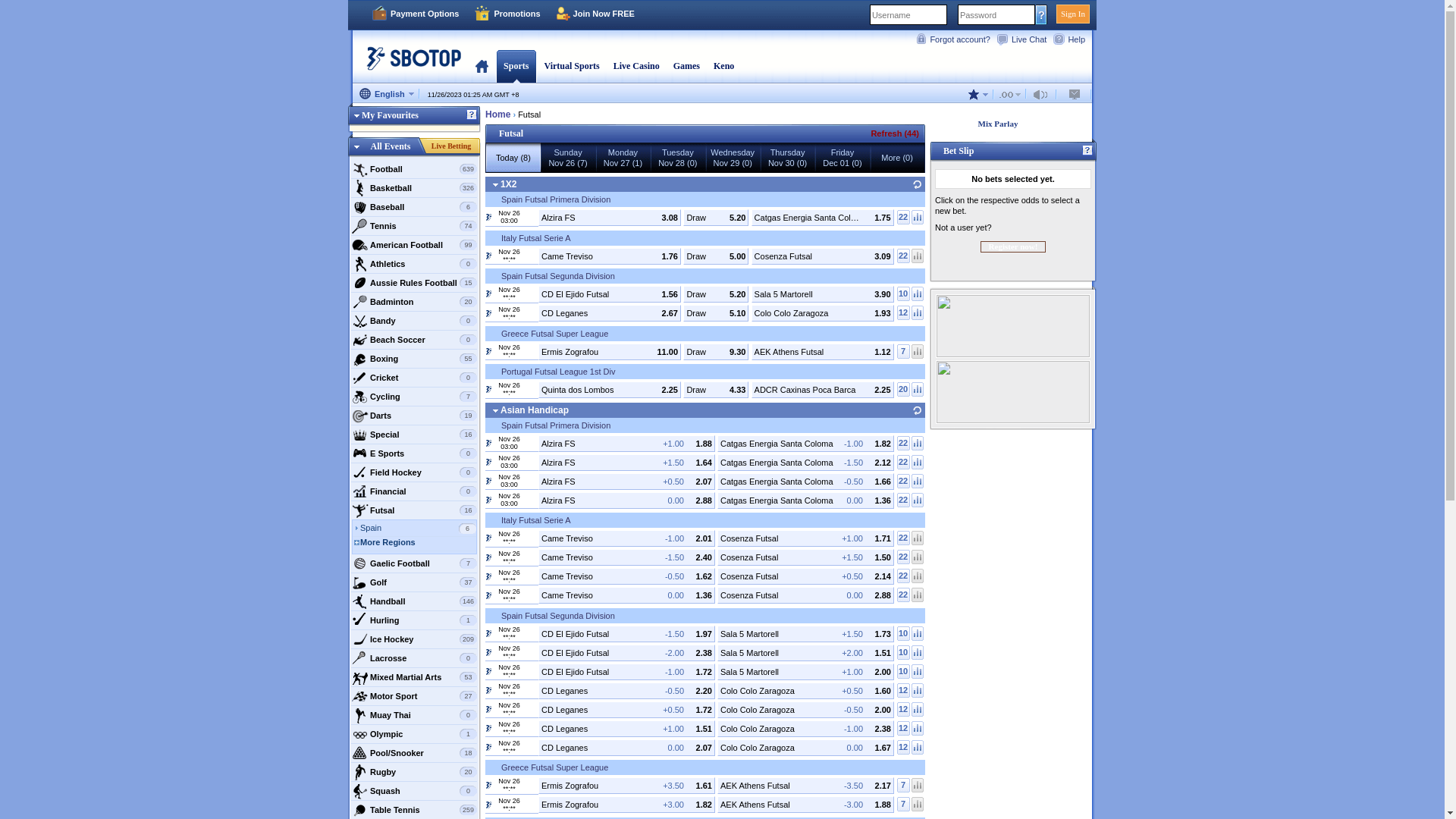 The height and width of the screenshot is (819, 1456). Describe the element at coordinates (414, 581) in the screenshot. I see `'Golf` at that location.